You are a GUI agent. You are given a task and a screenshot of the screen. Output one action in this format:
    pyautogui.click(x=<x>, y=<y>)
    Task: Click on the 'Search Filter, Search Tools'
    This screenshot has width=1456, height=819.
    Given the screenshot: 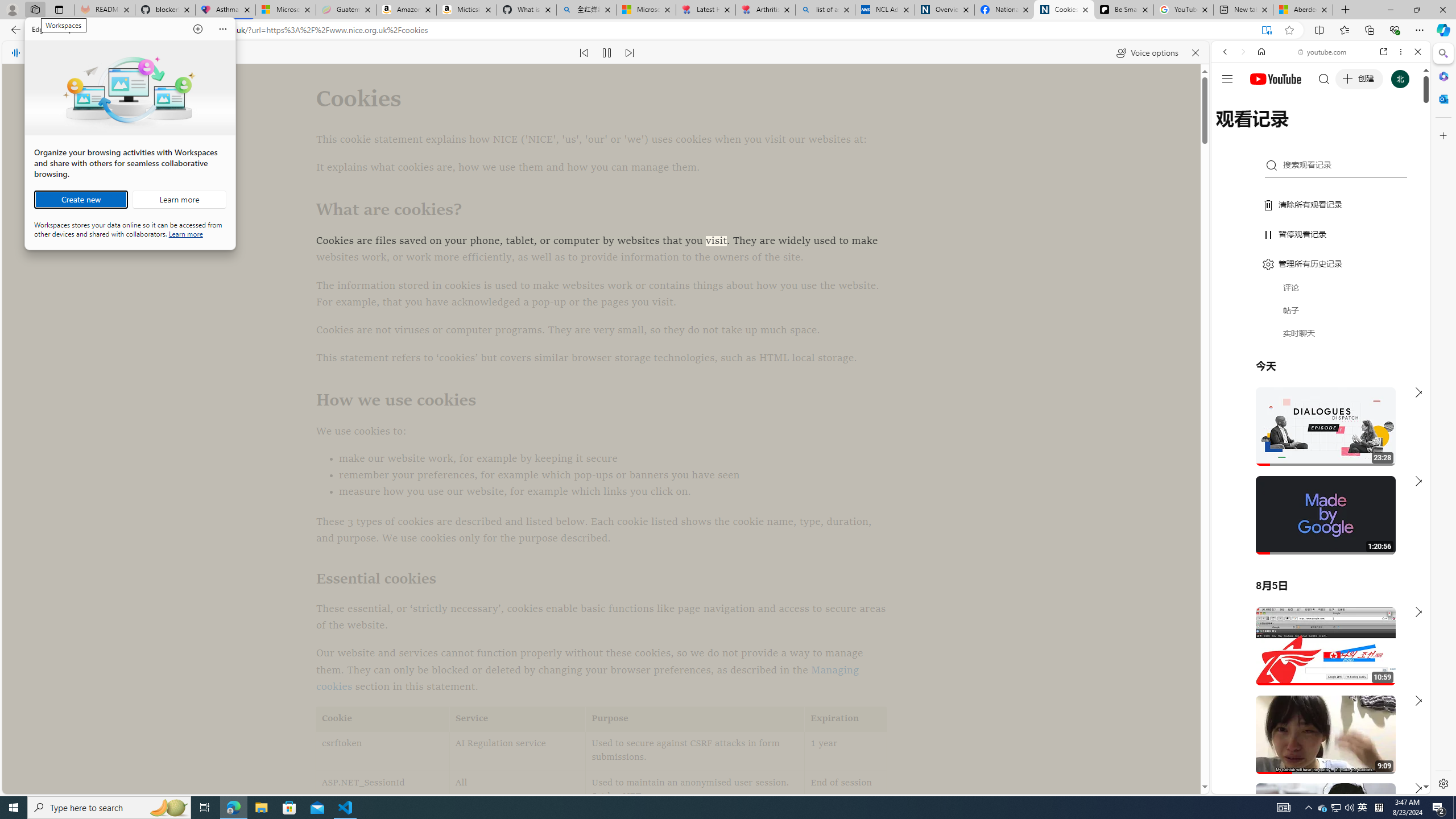 What is the action you would take?
    pyautogui.click(x=1350, y=129)
    